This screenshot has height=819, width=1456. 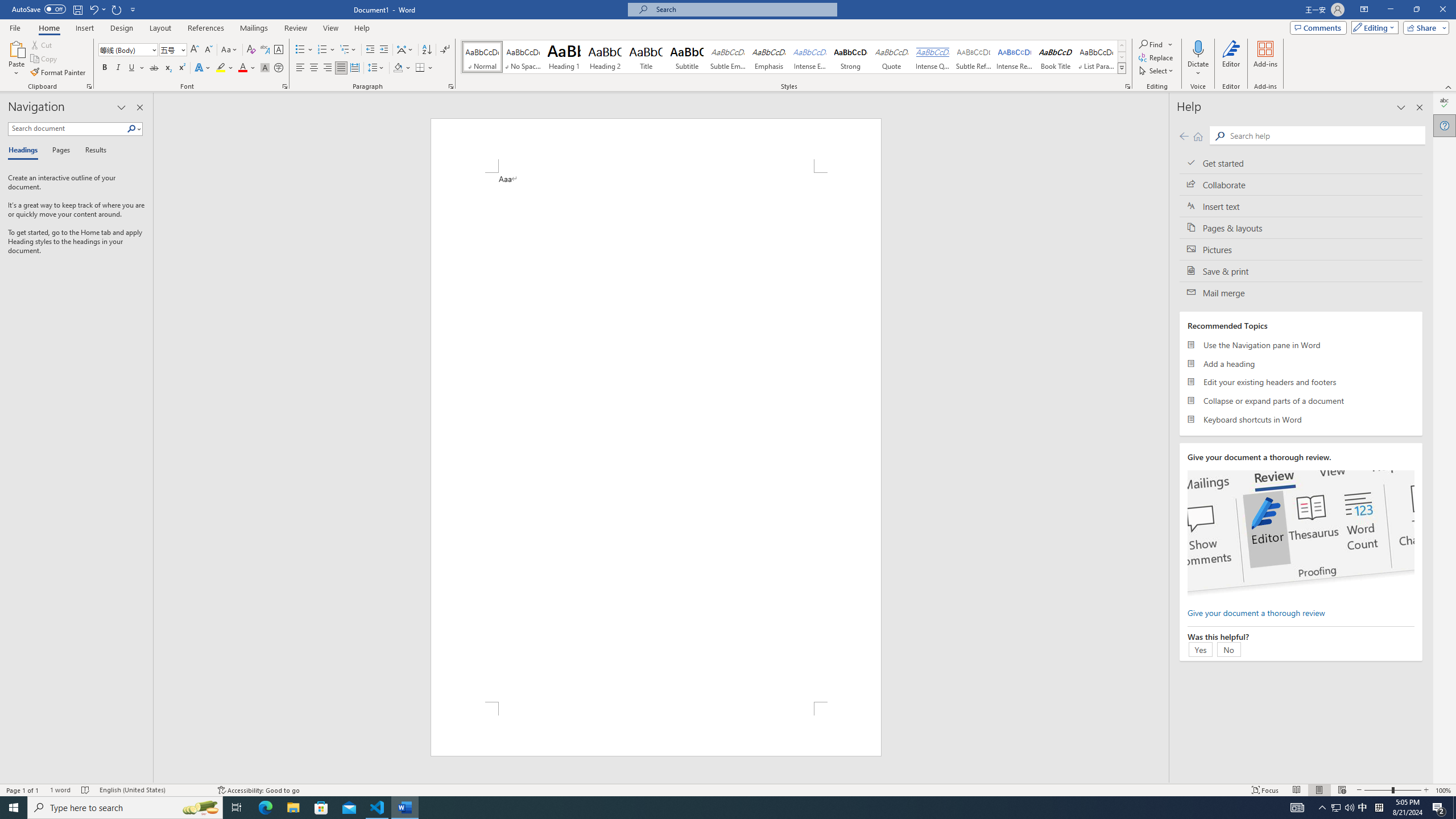 I want to click on 'Replace...', so click(x=1156, y=56).